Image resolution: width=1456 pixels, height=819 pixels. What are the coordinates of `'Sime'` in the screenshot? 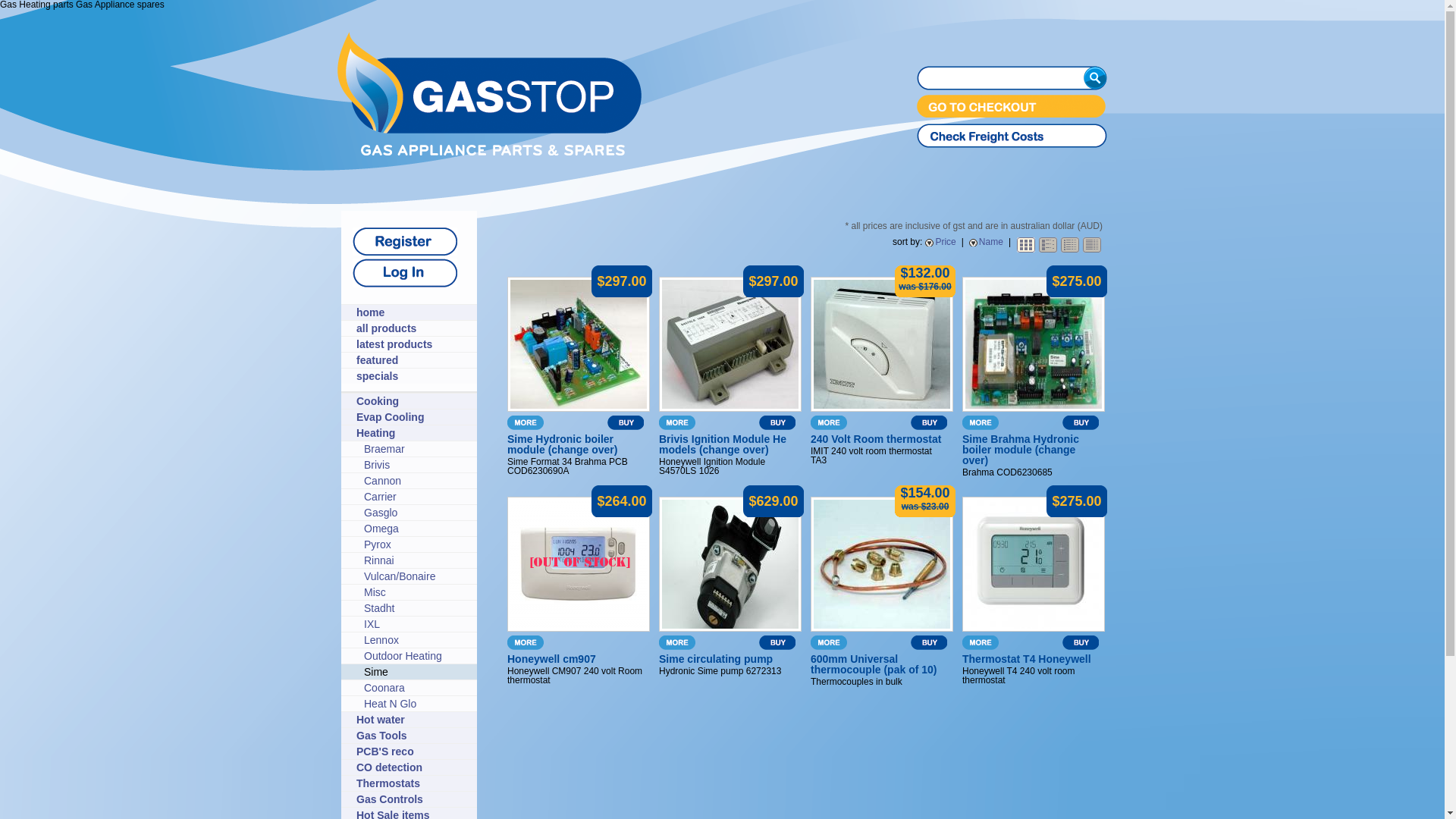 It's located at (416, 671).